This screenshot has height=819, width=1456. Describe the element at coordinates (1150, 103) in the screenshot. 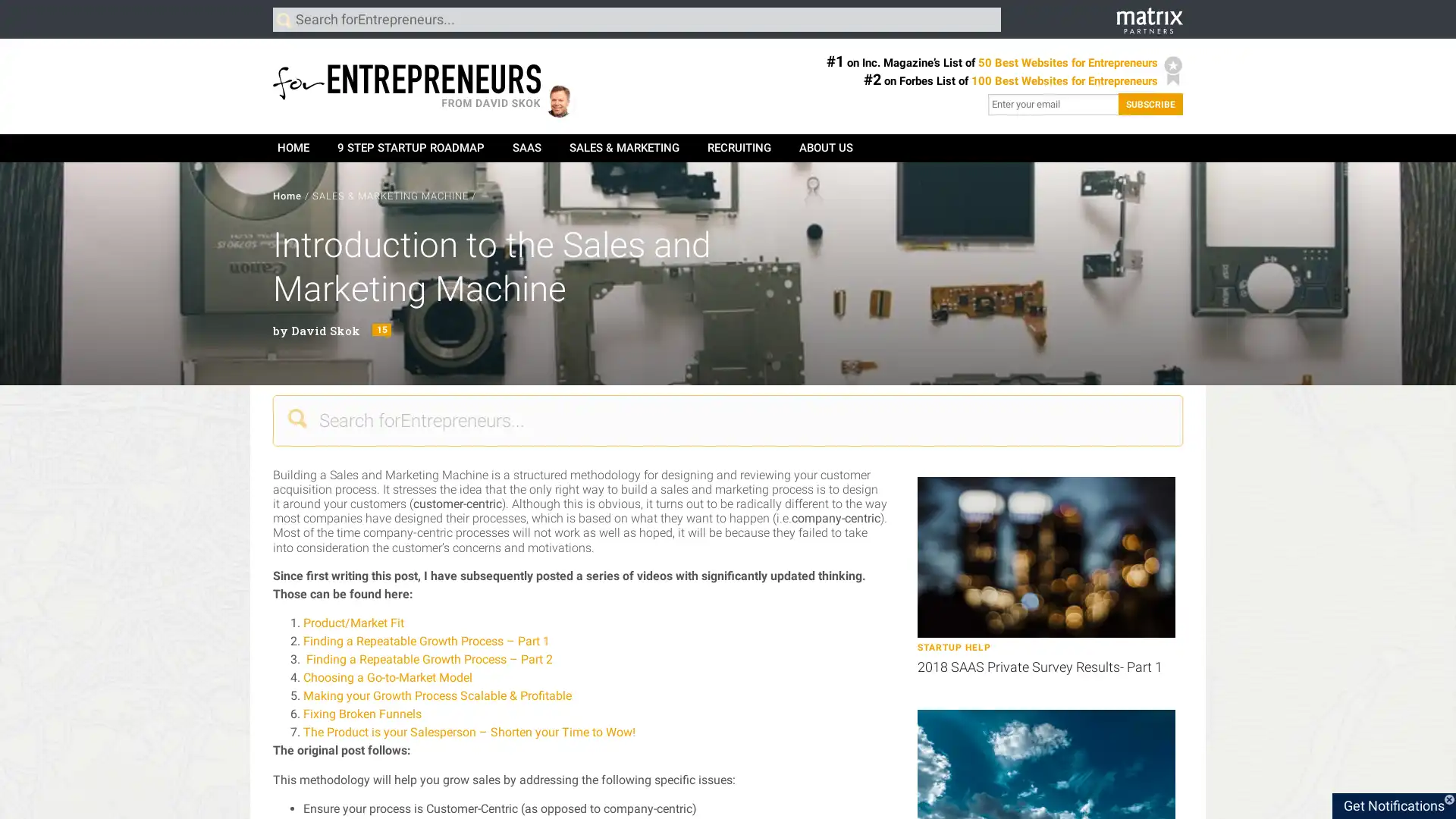

I see `Subscribe` at that location.